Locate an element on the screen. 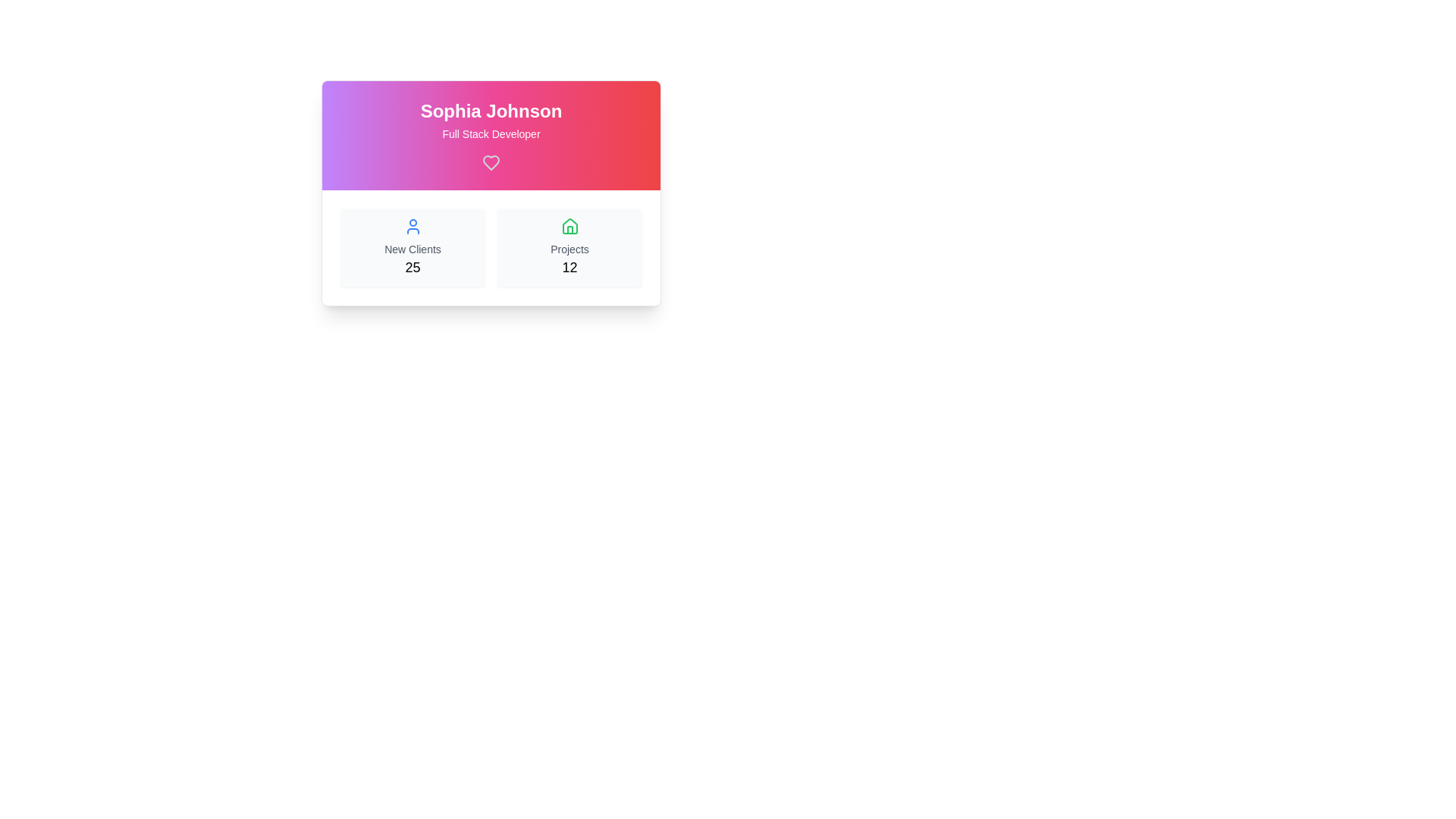  the icon representing user-related data for 'New Clients', located above the label 'New Clients' and the number '25' in the card group is located at coordinates (413, 227).